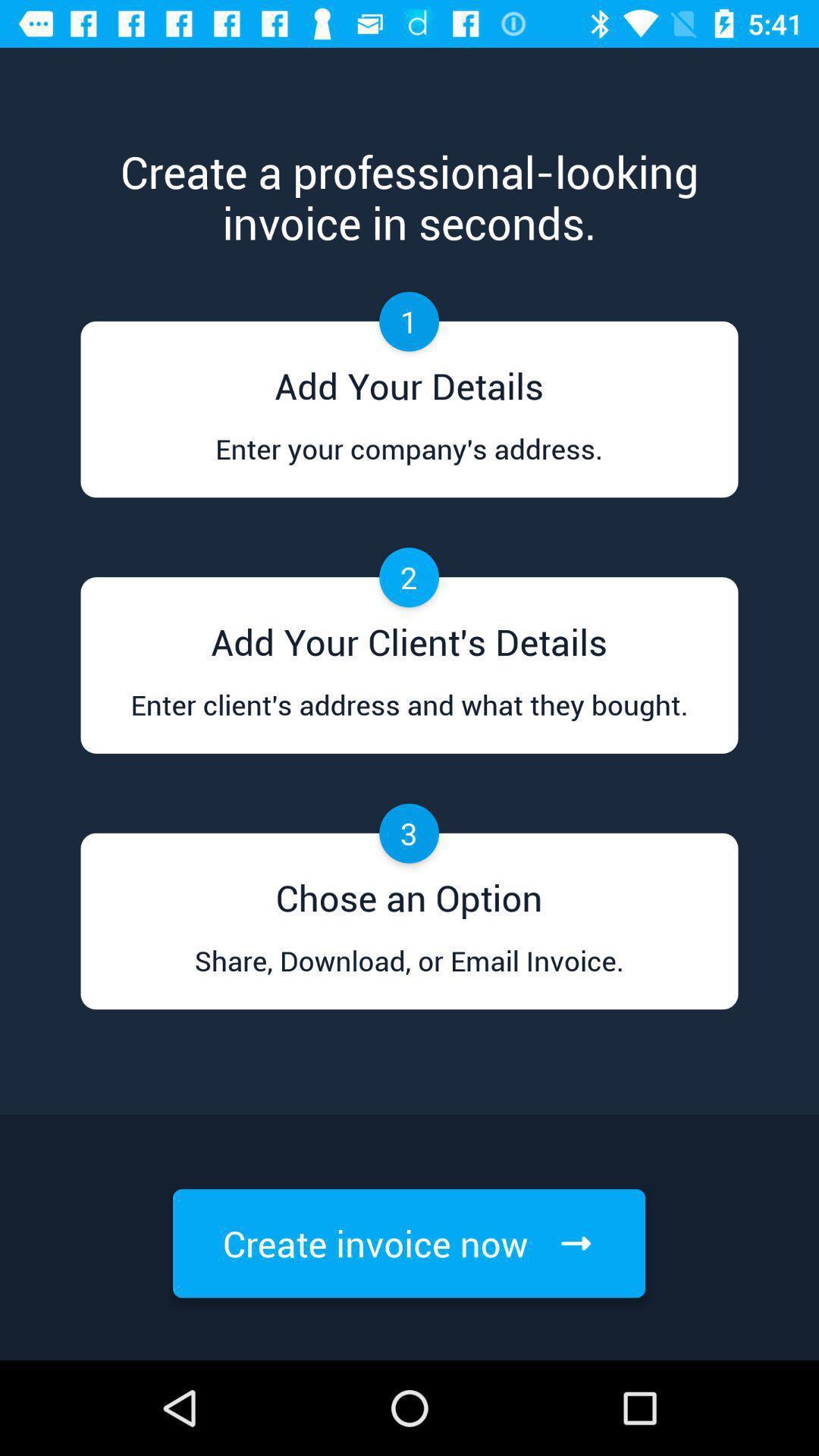 This screenshot has height=1456, width=819. What do you see at coordinates (408, 975) in the screenshot?
I see `item above the create invoice now item` at bounding box center [408, 975].